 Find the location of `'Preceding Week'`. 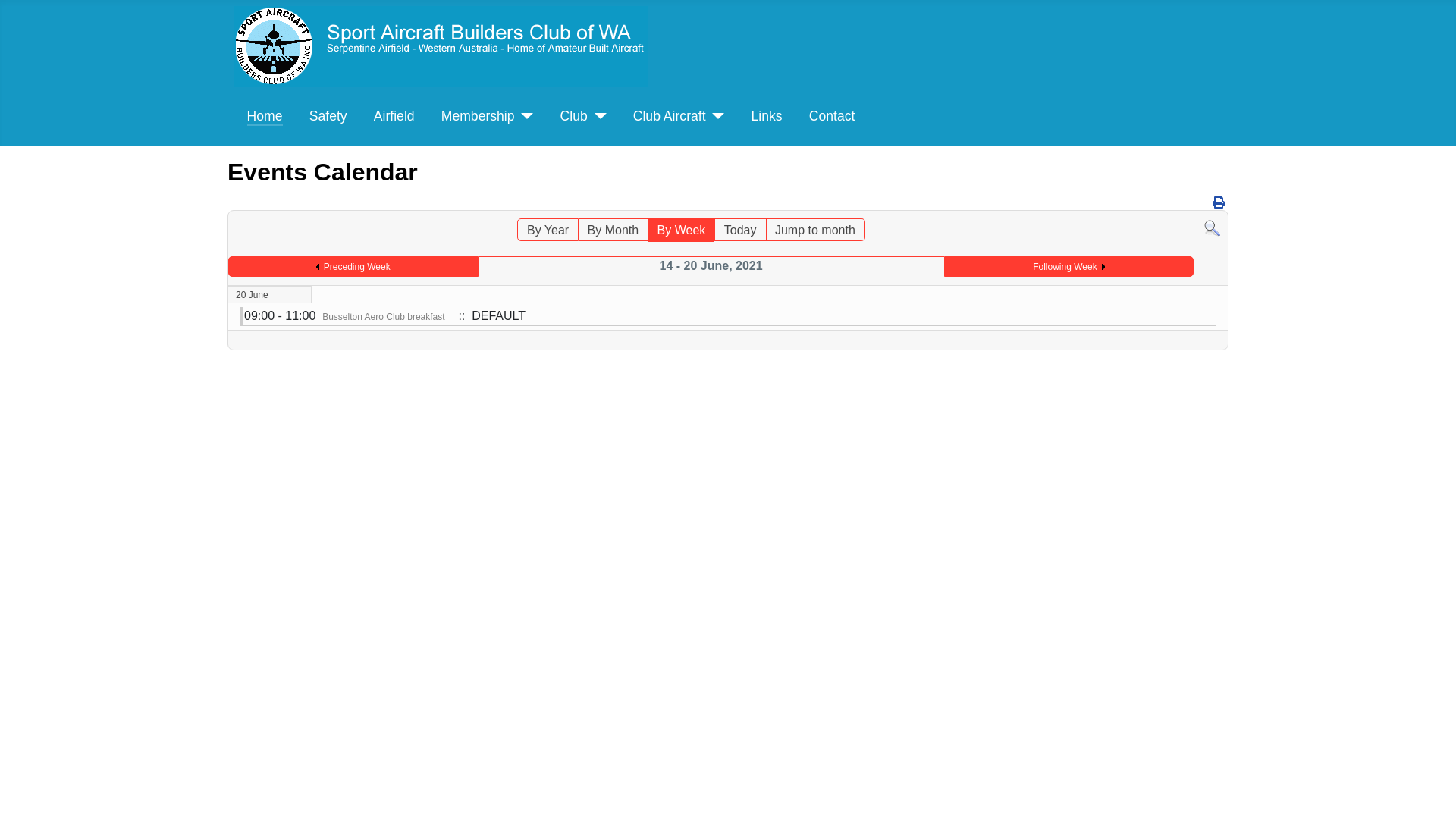

'Preceding Week' is located at coordinates (352, 265).